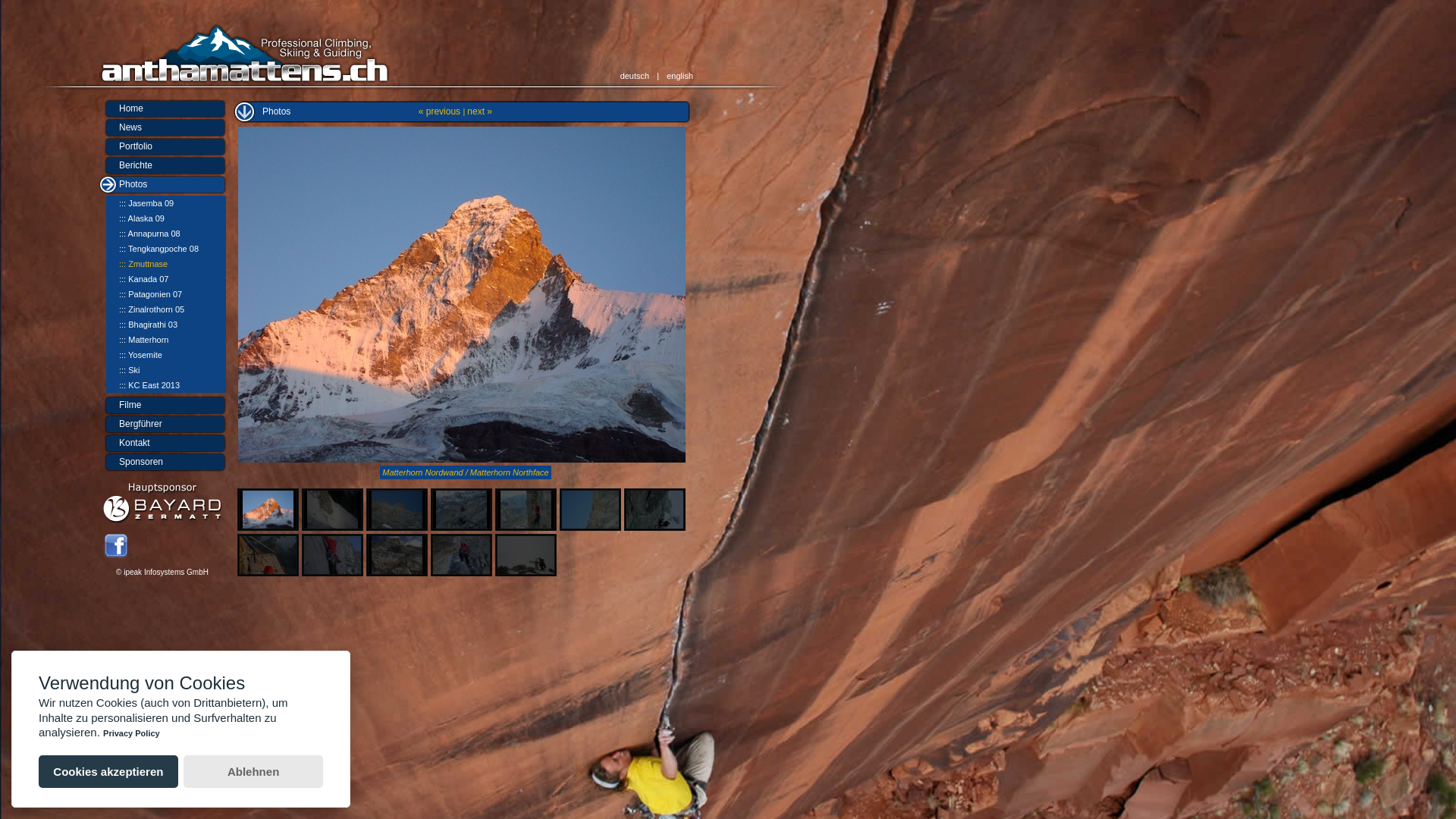  Describe the element at coordinates (162, 443) in the screenshot. I see `'Kontakt'` at that location.